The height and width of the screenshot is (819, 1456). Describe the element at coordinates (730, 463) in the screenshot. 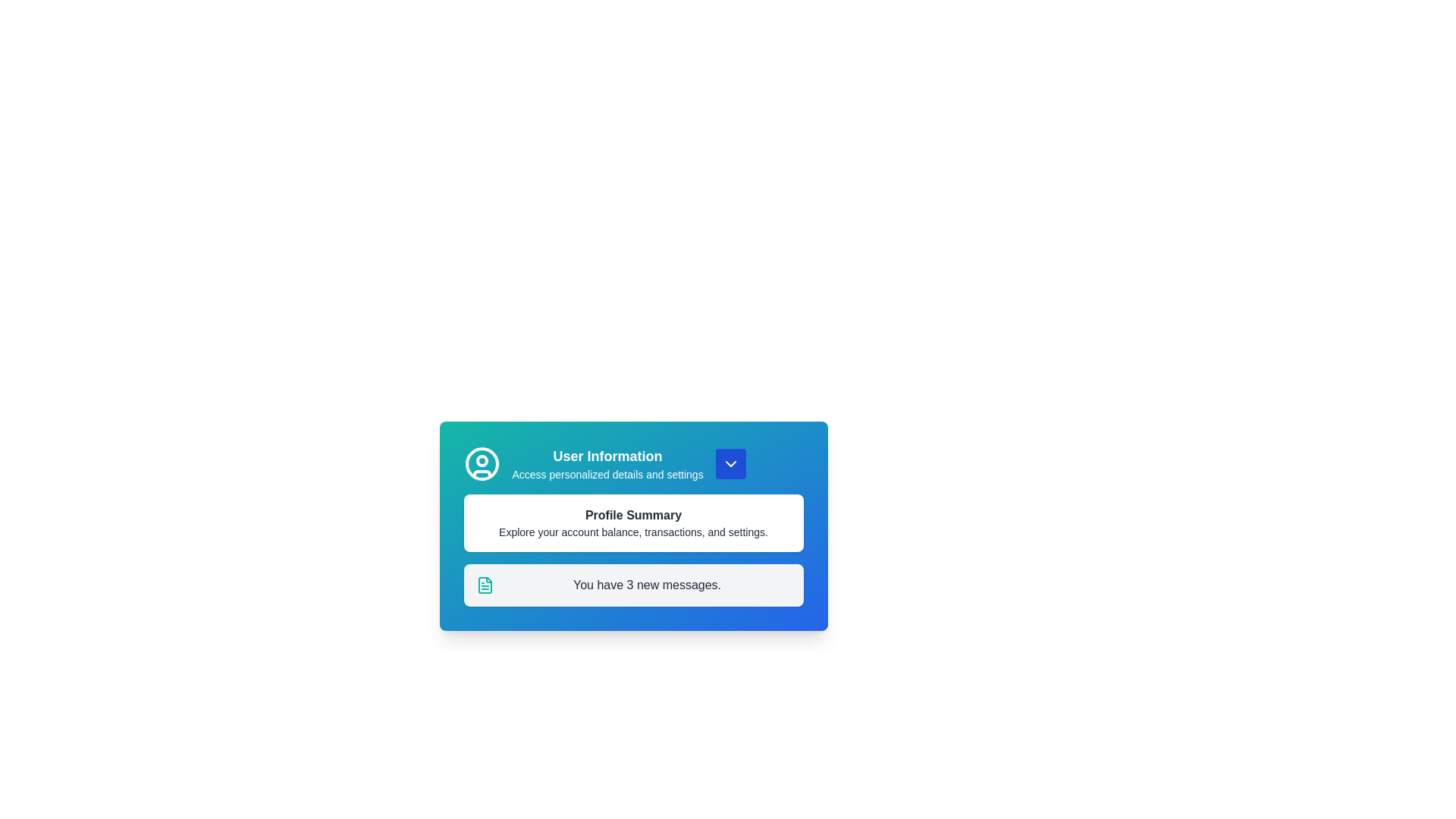

I see `the square-shaped blue button with a downward-pointing chevron icon` at that location.